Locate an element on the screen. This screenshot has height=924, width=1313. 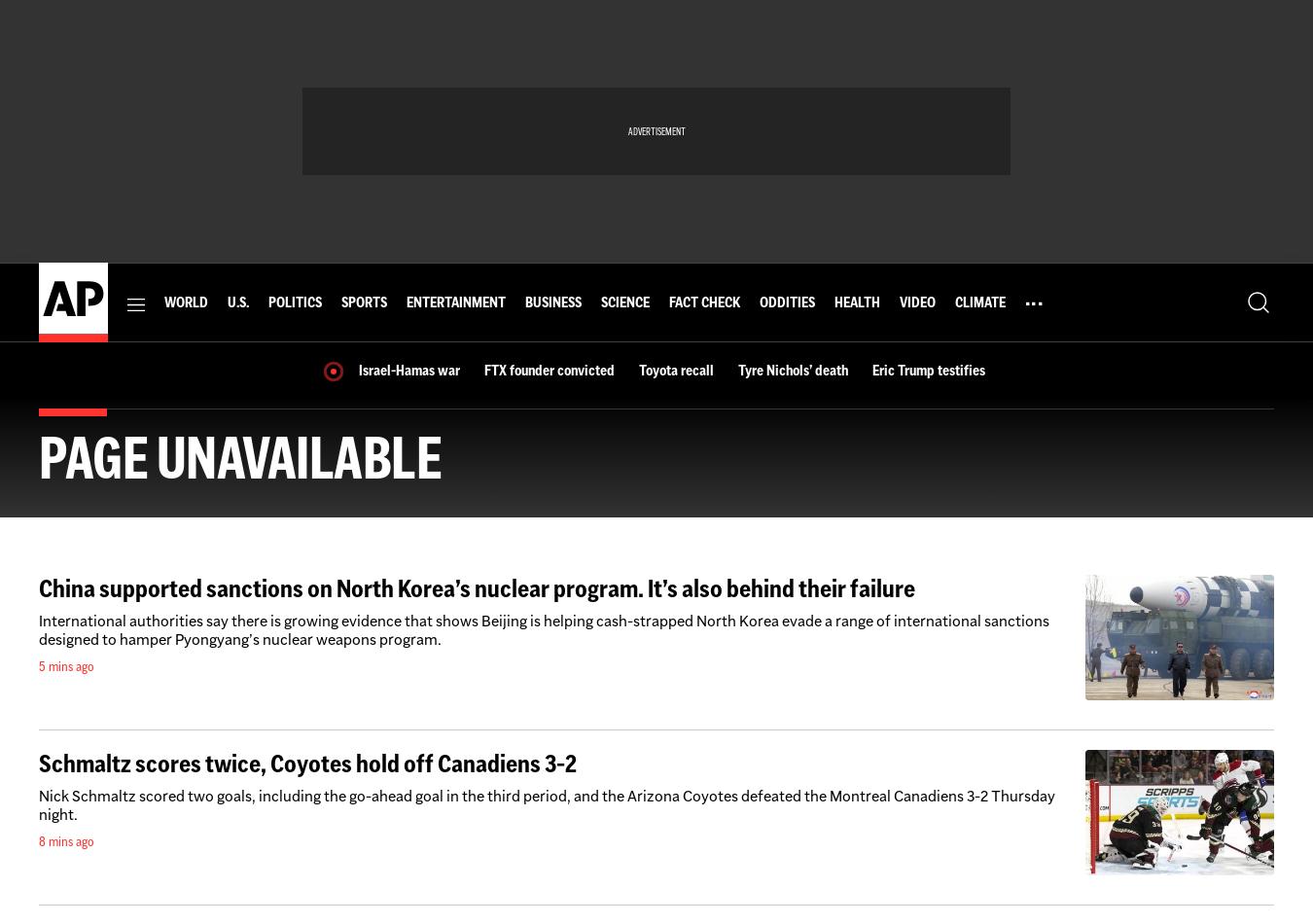
'Fact Check' is located at coordinates (702, 302).